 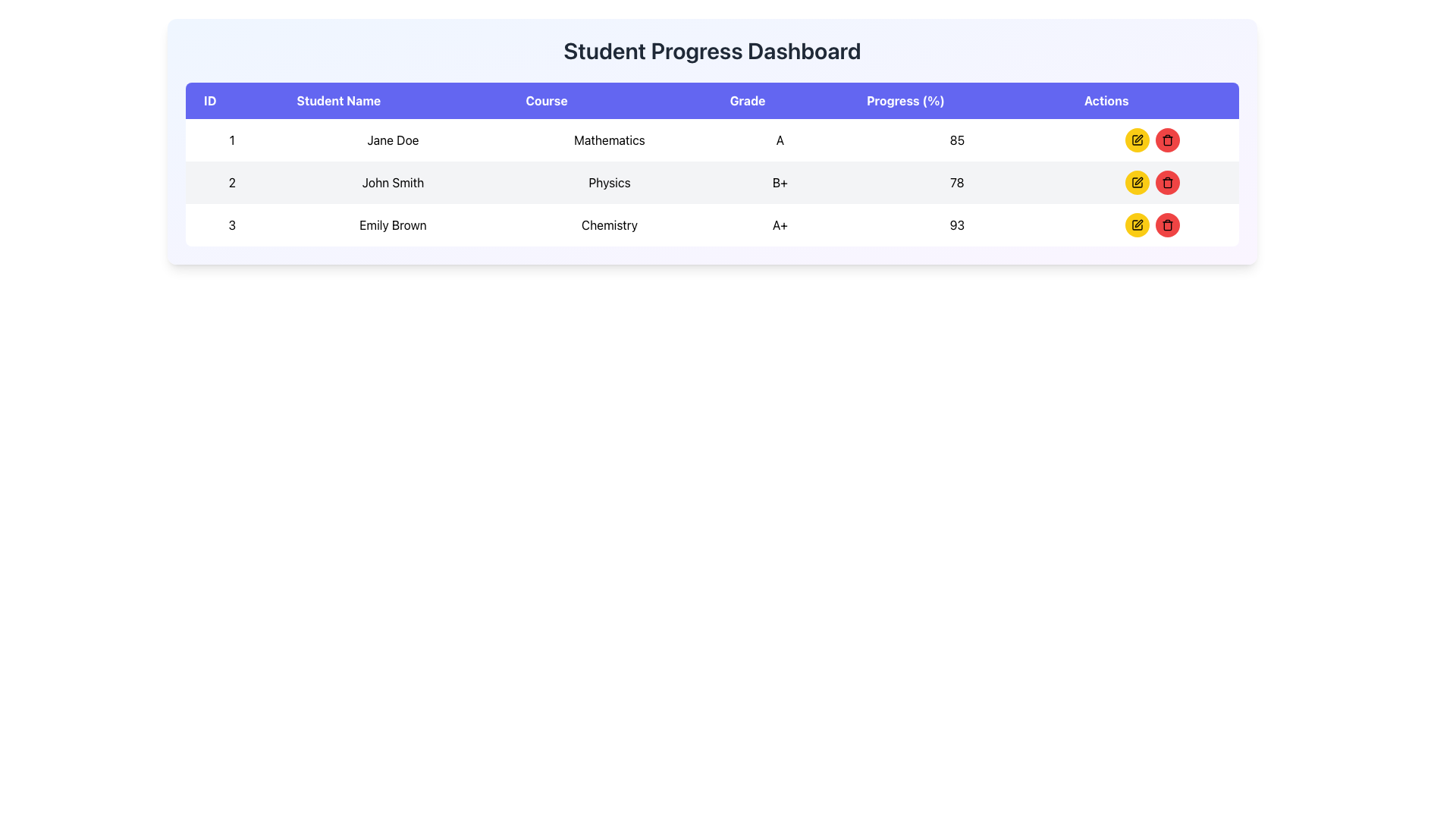 I want to click on the body of the trash bin icon, which is part of the SVG-based trash bin icon in the 'Actions' column of the last row ('Emily Brown') in the table, located in the bottom-right section of the dashboard, so click(x=1166, y=226).